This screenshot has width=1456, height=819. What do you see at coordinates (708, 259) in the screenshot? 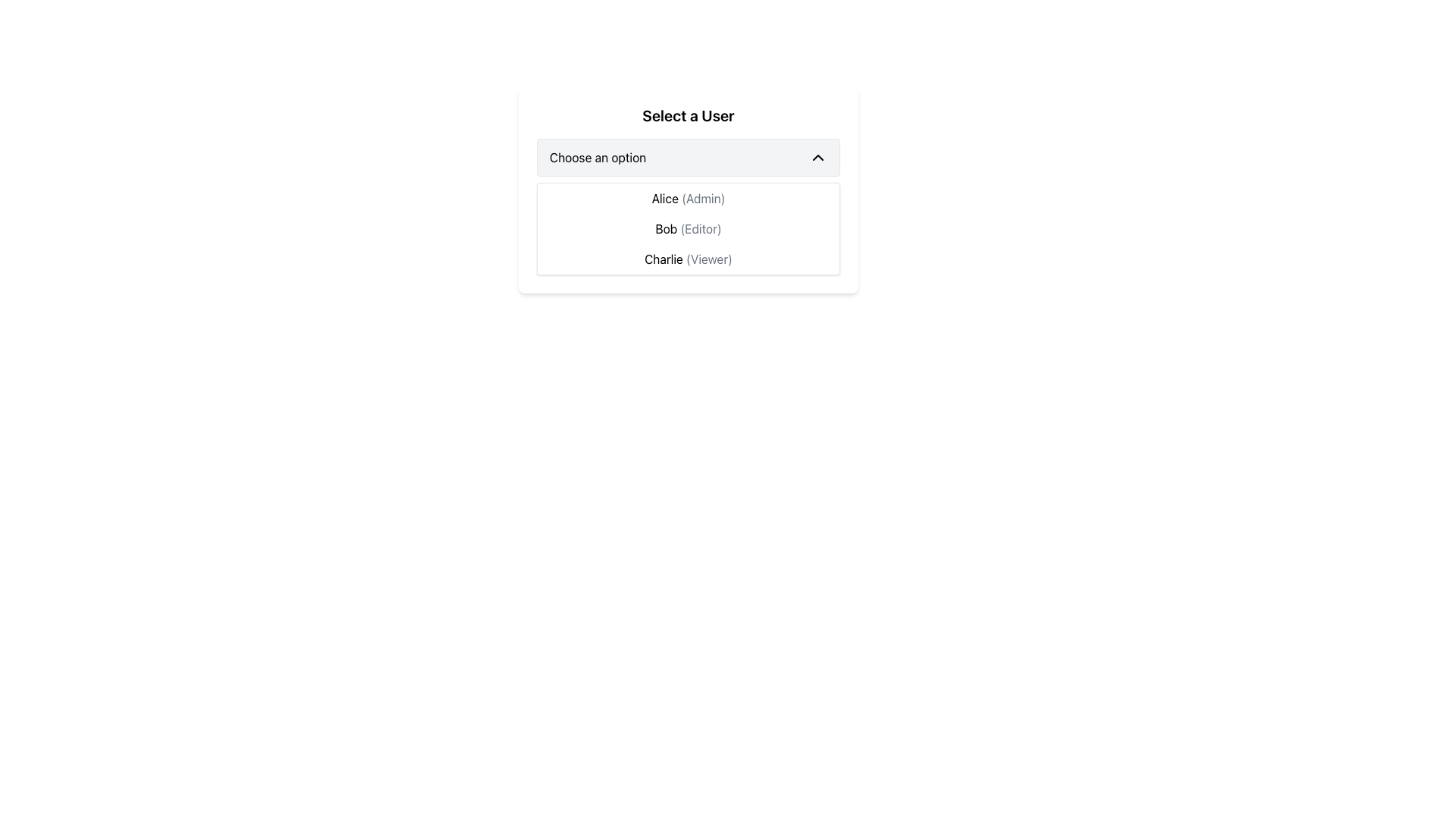
I see `the text label '(Viewer)' in gray font located to the right of 'Charlie' in the dropdown menu labeled 'Select a User'` at bounding box center [708, 259].